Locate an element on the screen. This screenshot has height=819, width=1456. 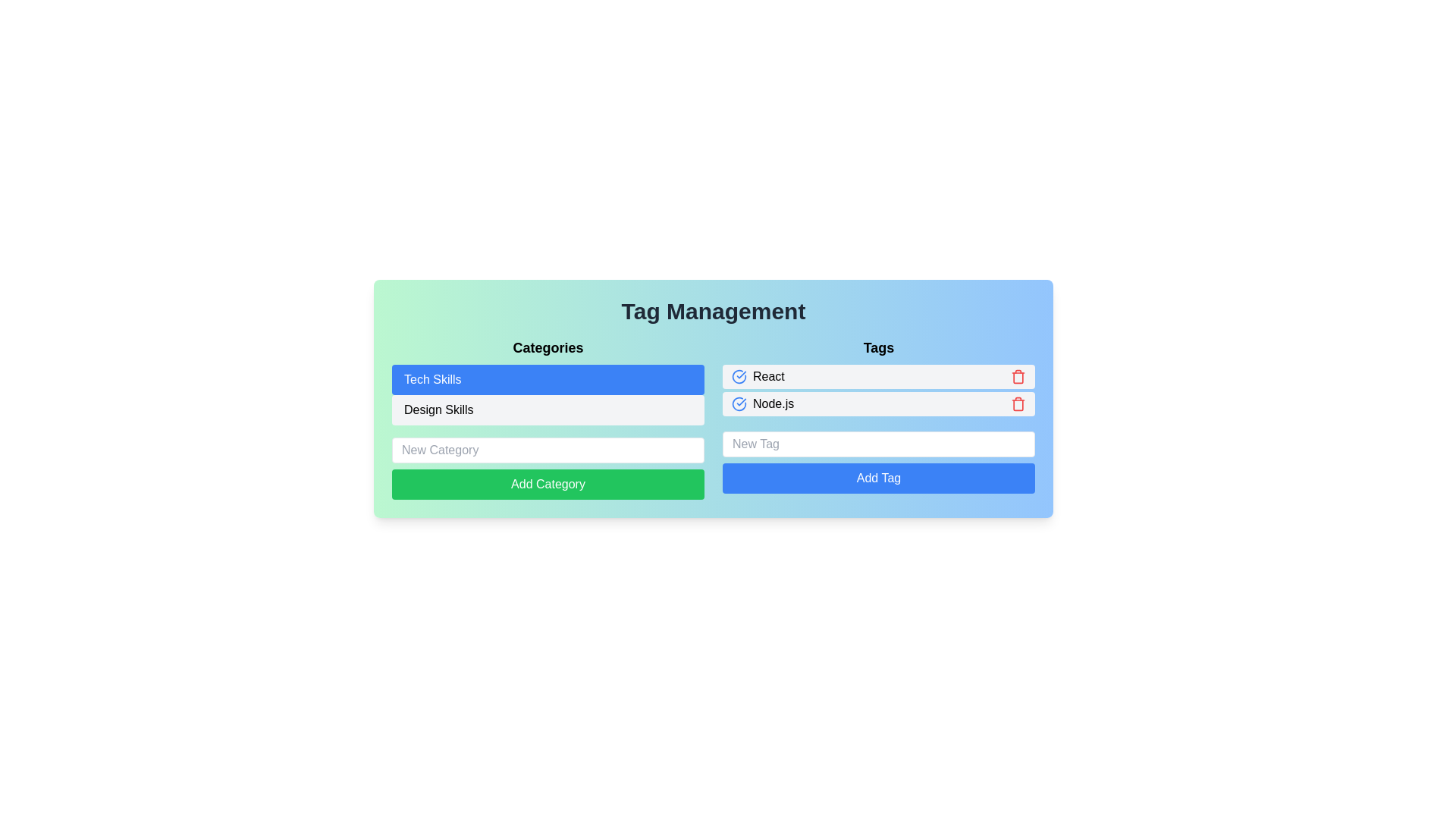
the 'Design Skills' button, which is a rectangular box with a light gray background and bold black text, located in the second position under the 'Categories' header is located at coordinates (548, 418).